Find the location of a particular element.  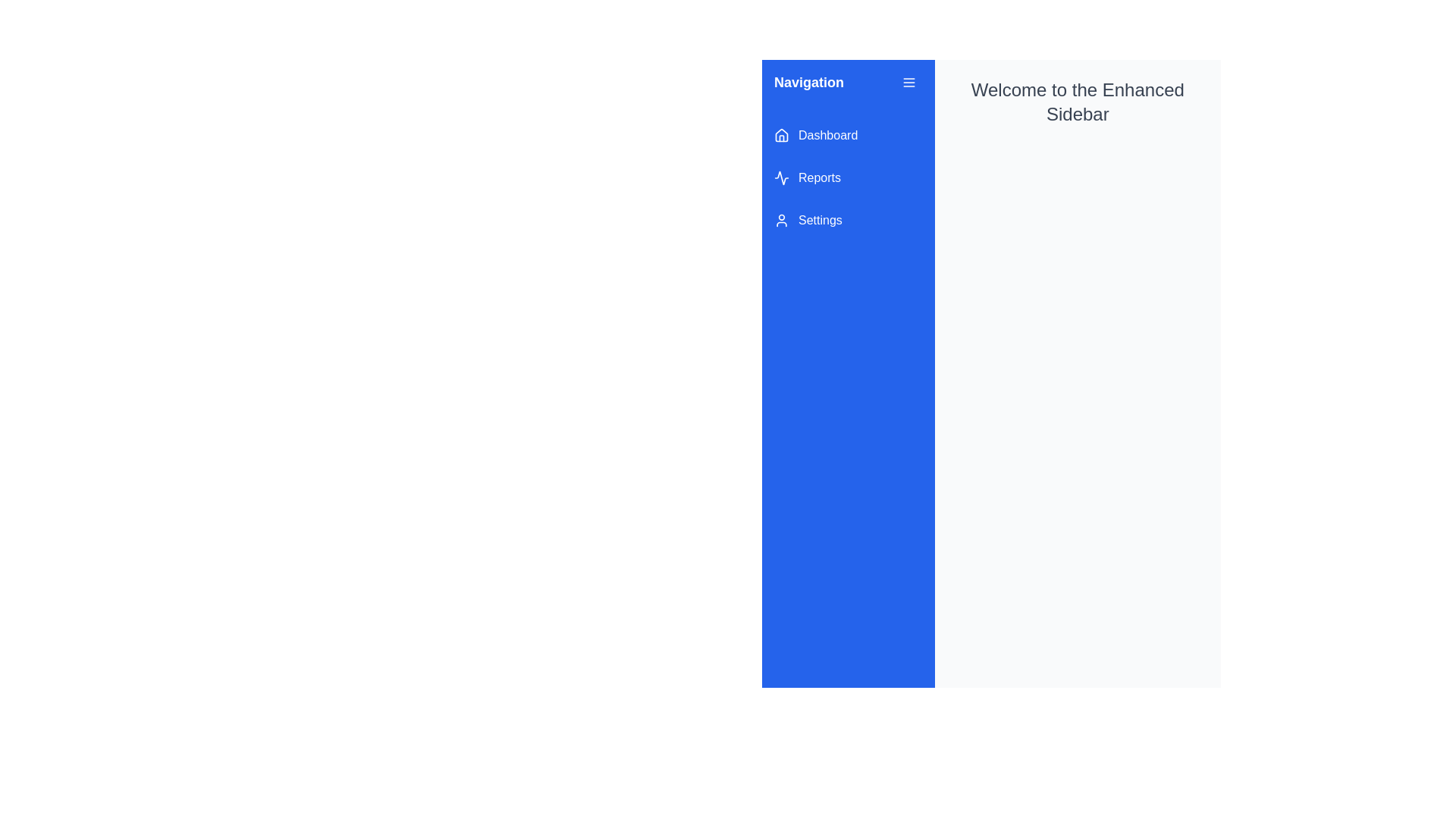

text label displaying 'Settings' in the vertical navigation menu, which has a blue background and is styled in white font is located at coordinates (819, 220).